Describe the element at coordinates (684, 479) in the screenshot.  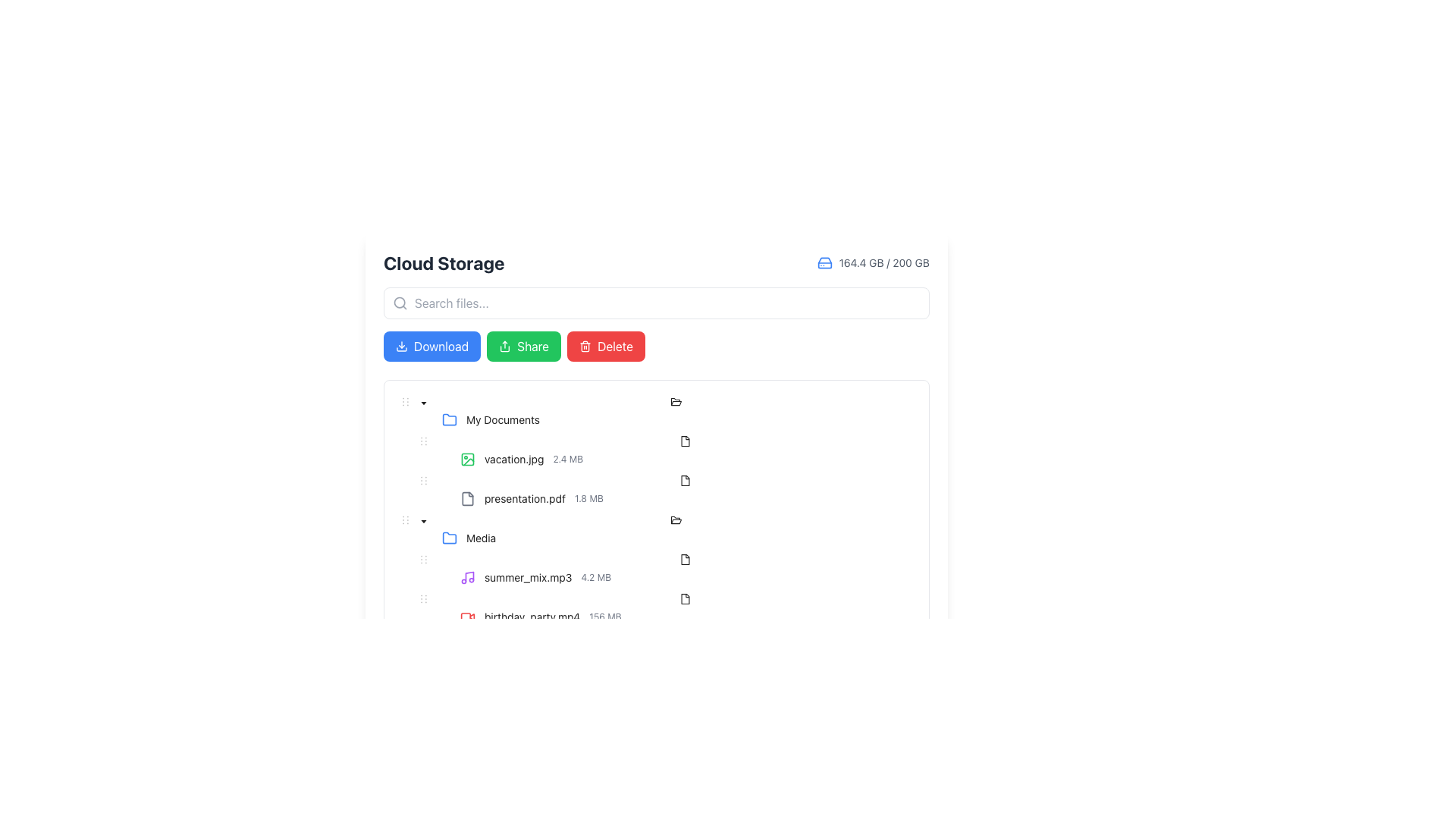
I see `the file type icon located in the file list section next to the text labeled 'presentation.pdf'` at that location.